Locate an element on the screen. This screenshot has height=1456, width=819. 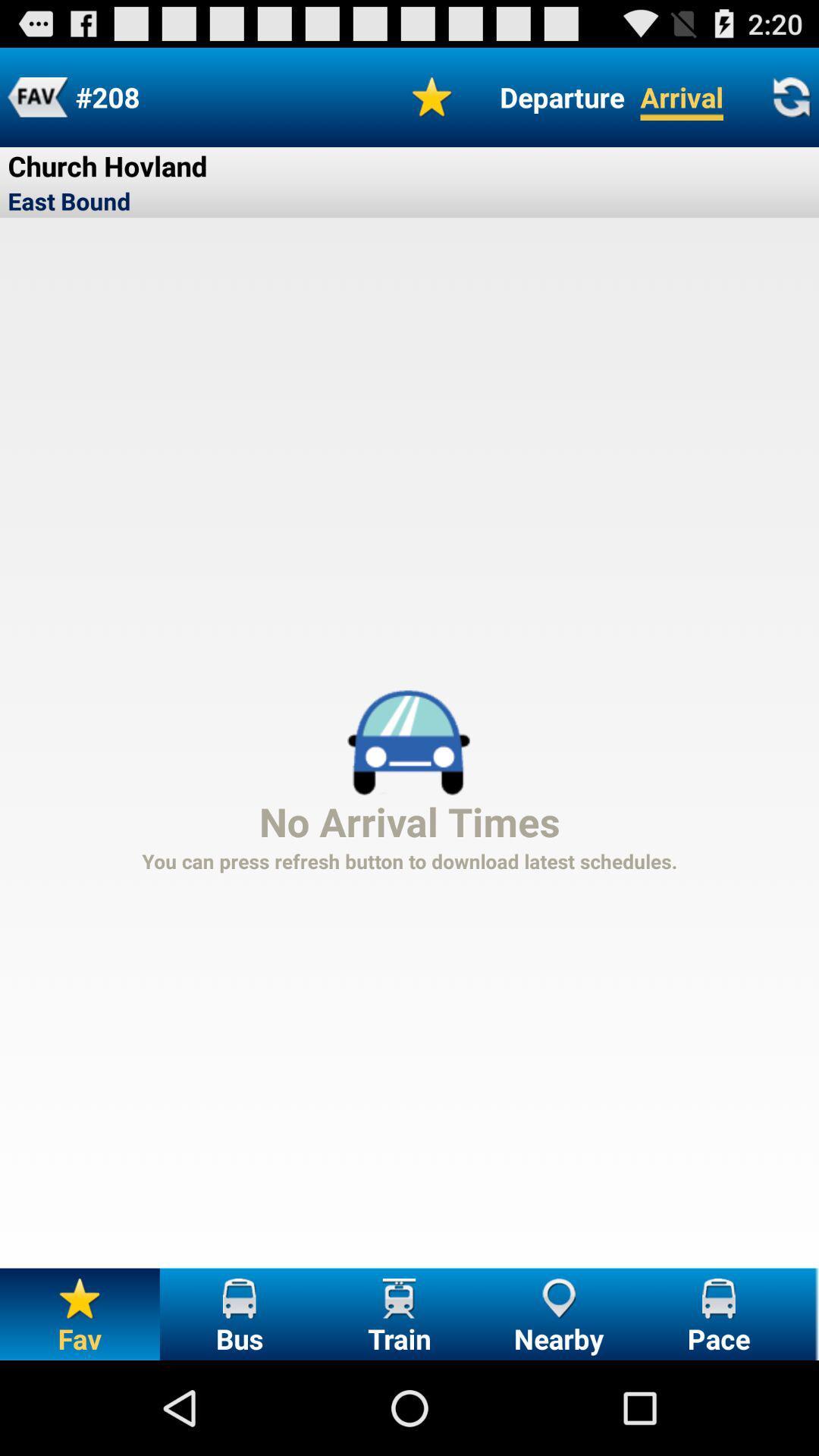
as favorite is located at coordinates (432, 96).